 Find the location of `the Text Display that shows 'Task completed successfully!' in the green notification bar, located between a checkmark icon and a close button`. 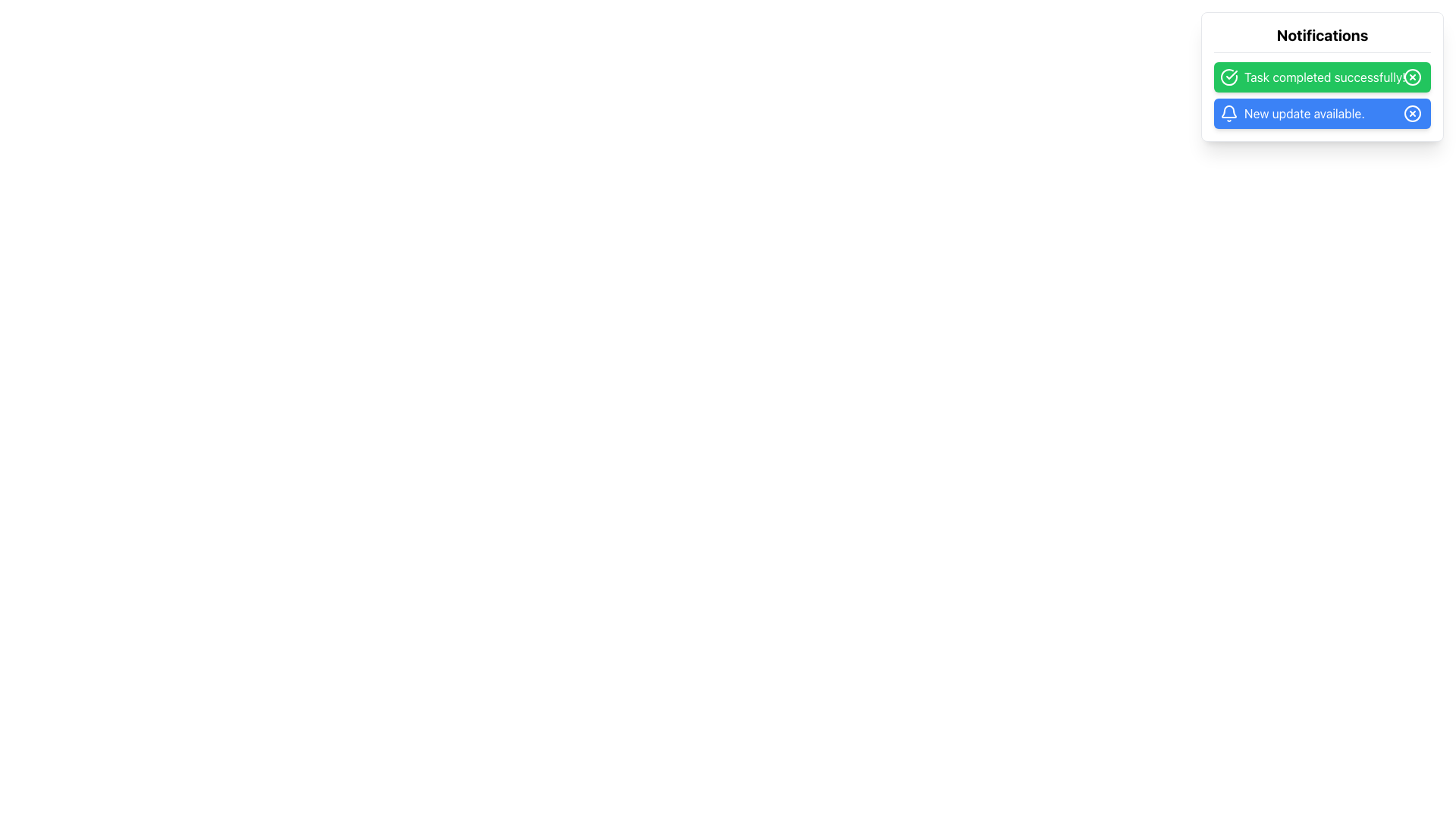

the Text Display that shows 'Task completed successfully!' in the green notification bar, located between a checkmark icon and a close button is located at coordinates (1324, 77).